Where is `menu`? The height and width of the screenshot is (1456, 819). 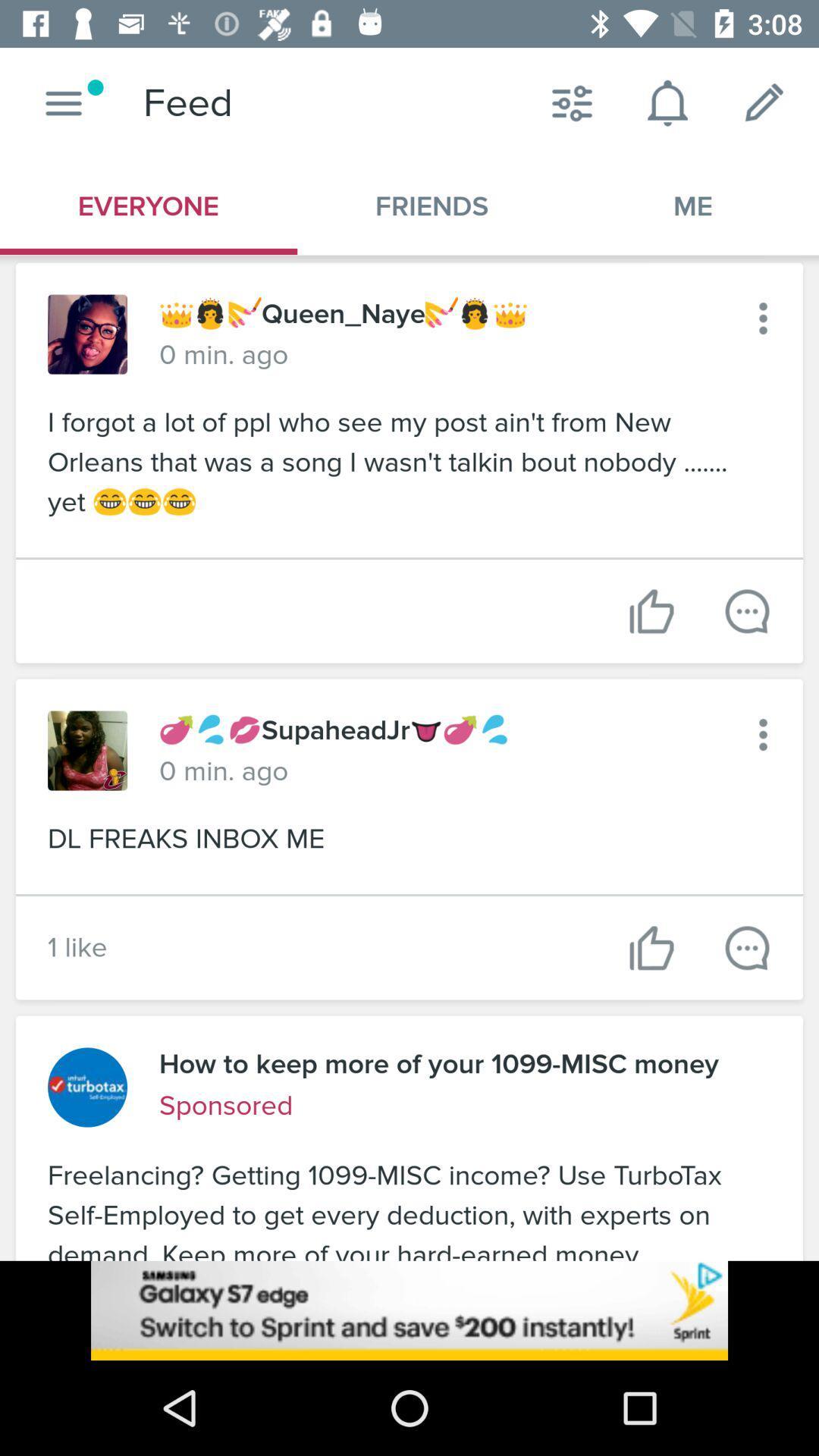 menu is located at coordinates (763, 735).